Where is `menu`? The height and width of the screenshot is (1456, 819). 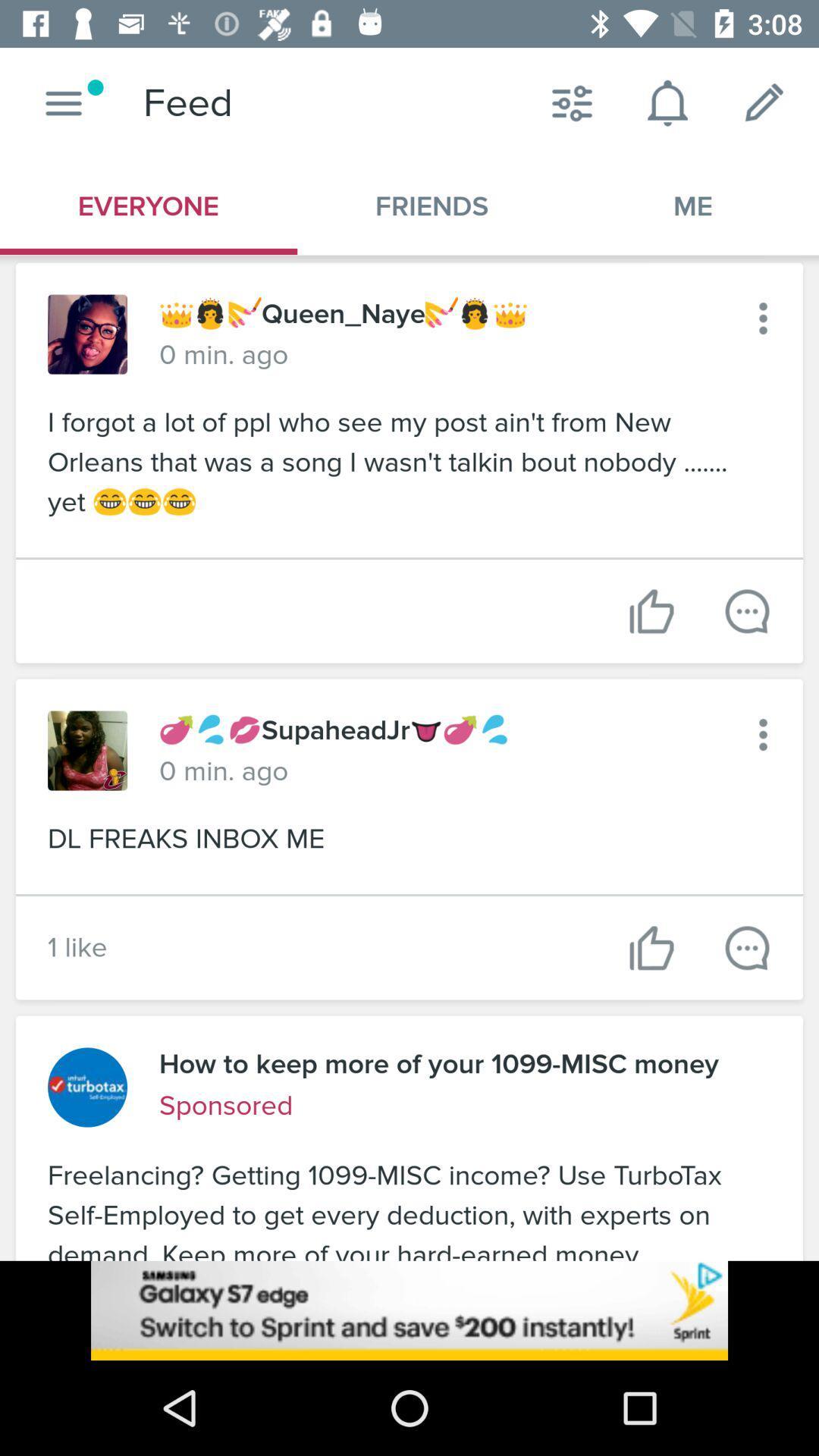 menu is located at coordinates (763, 735).